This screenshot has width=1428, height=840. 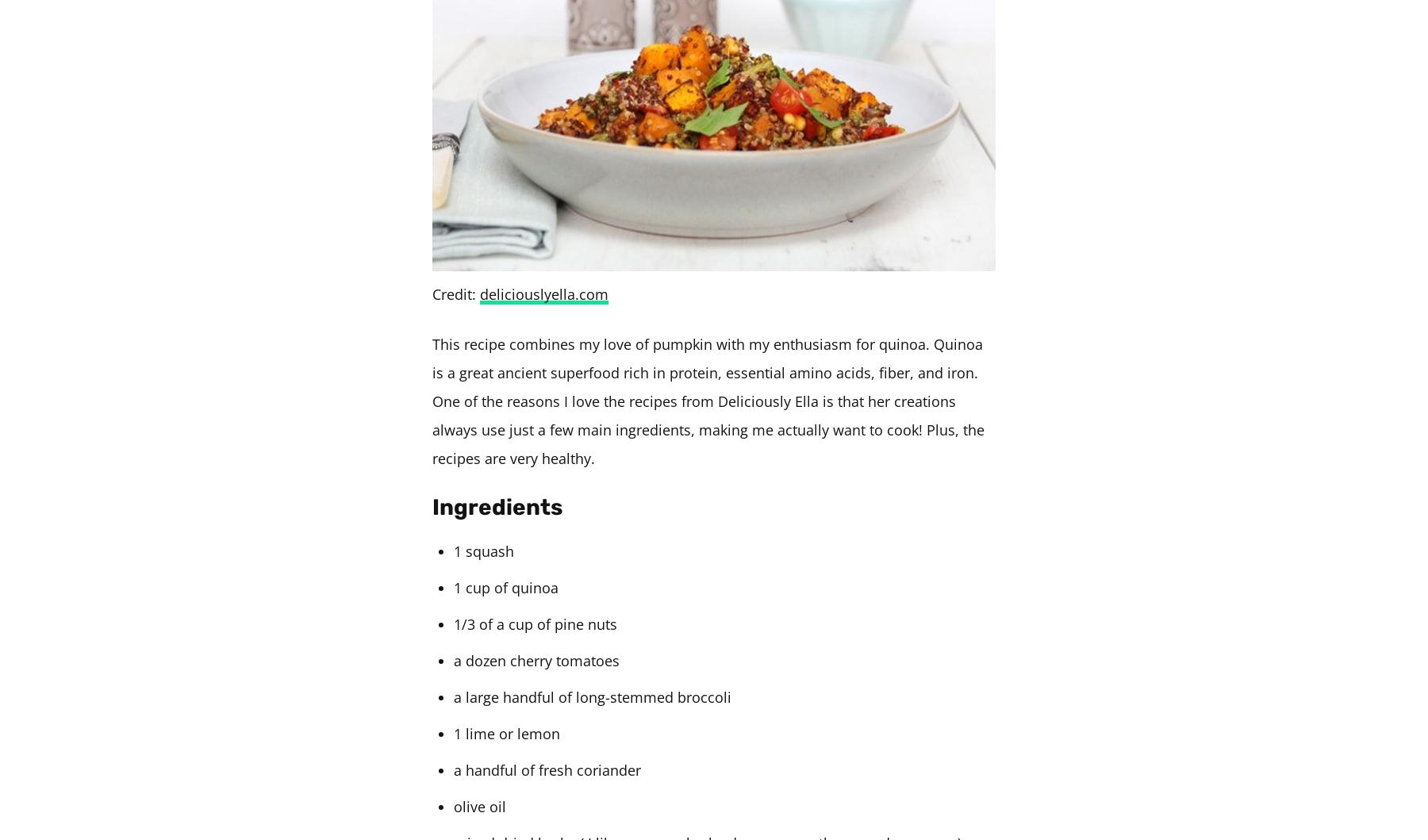 What do you see at coordinates (454, 551) in the screenshot?
I see `'1 squash'` at bounding box center [454, 551].